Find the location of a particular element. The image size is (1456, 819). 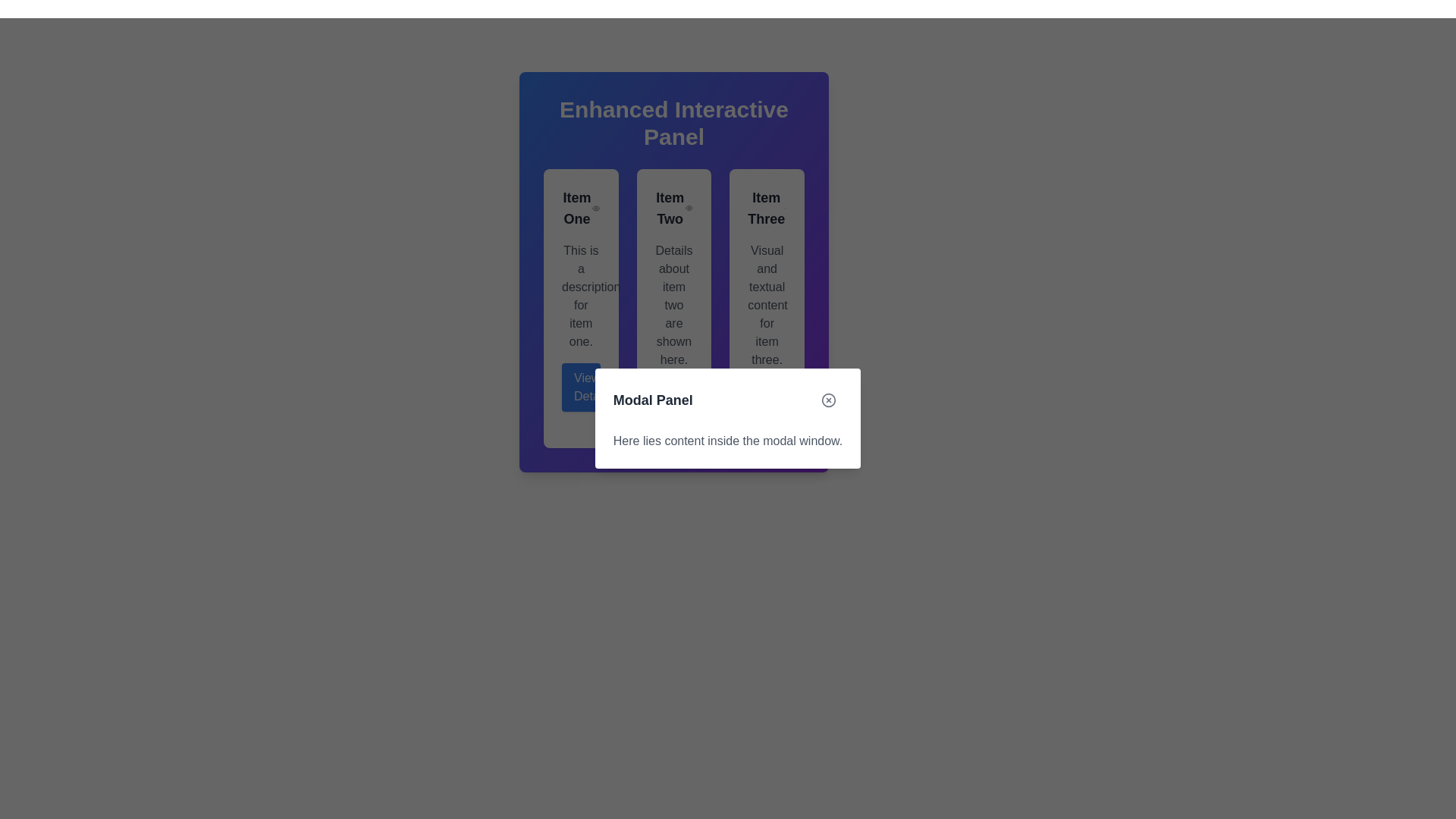

static text label that displays 'Here lies content inside the modal window.' positioned below the title 'Modal Panel' in the modal window is located at coordinates (728, 441).